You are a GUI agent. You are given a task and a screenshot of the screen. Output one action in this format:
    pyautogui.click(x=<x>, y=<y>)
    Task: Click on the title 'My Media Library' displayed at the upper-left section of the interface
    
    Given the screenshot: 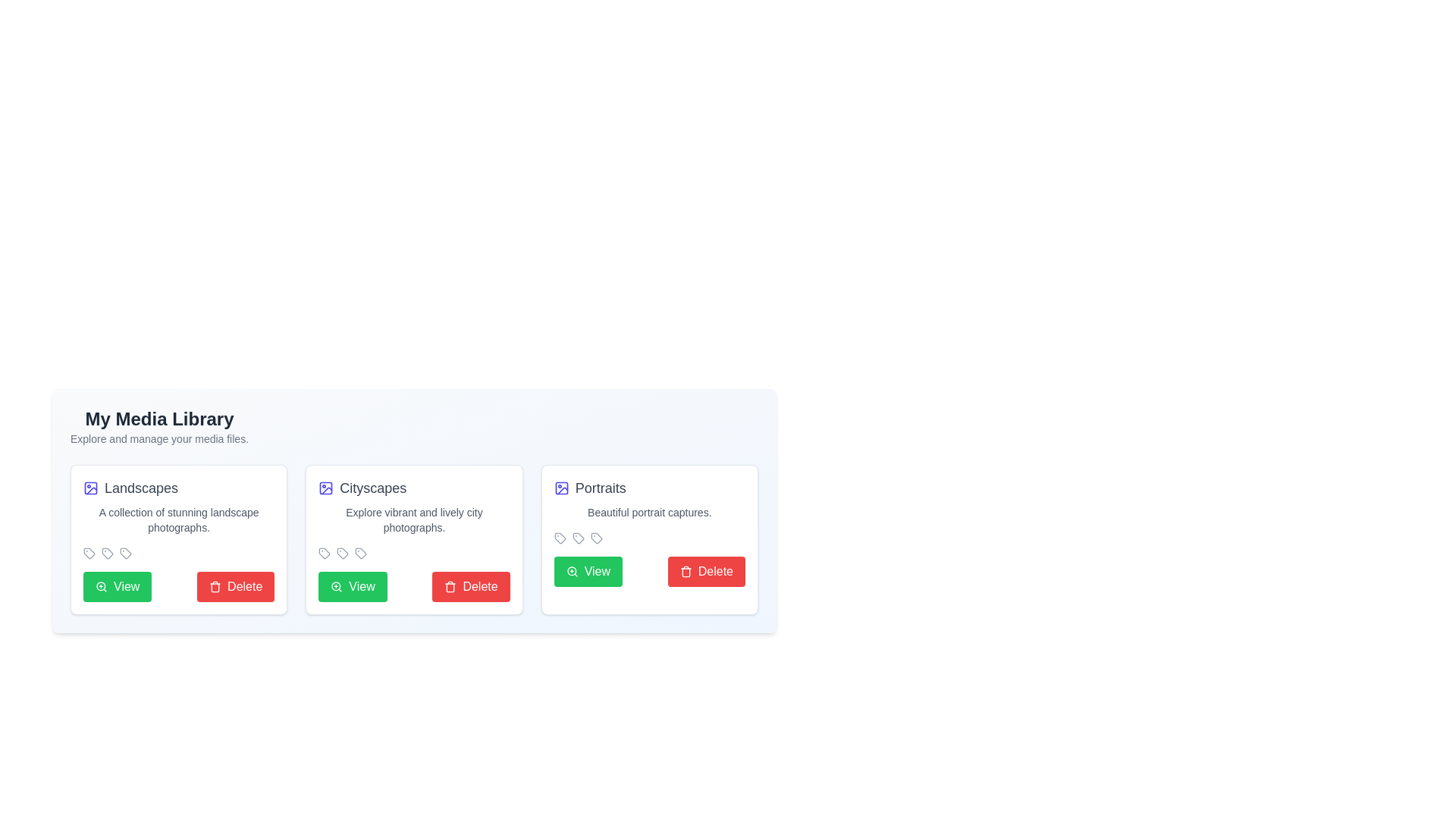 What is the action you would take?
    pyautogui.click(x=159, y=419)
    